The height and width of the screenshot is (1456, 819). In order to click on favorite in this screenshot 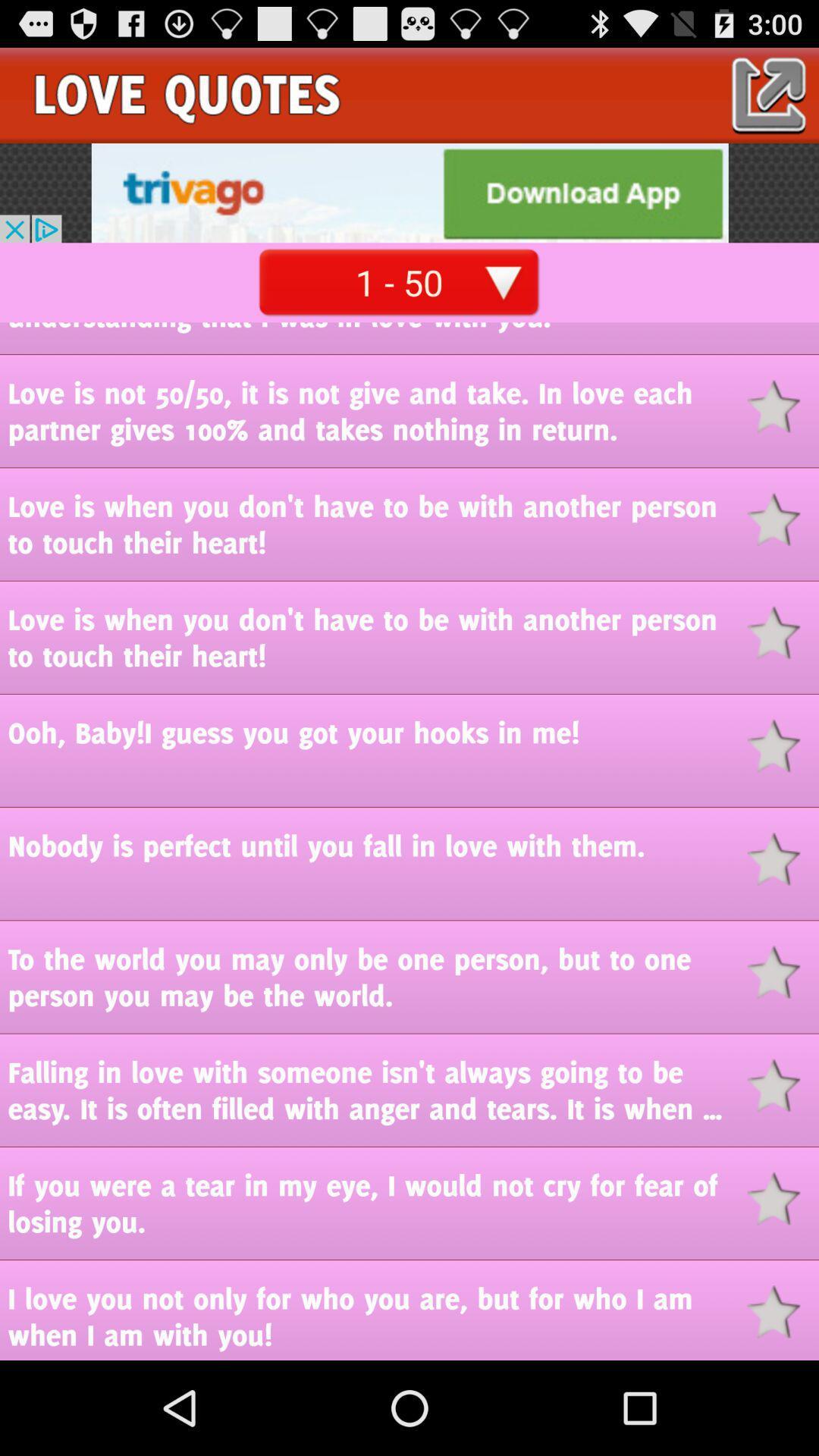, I will do `click(783, 519)`.